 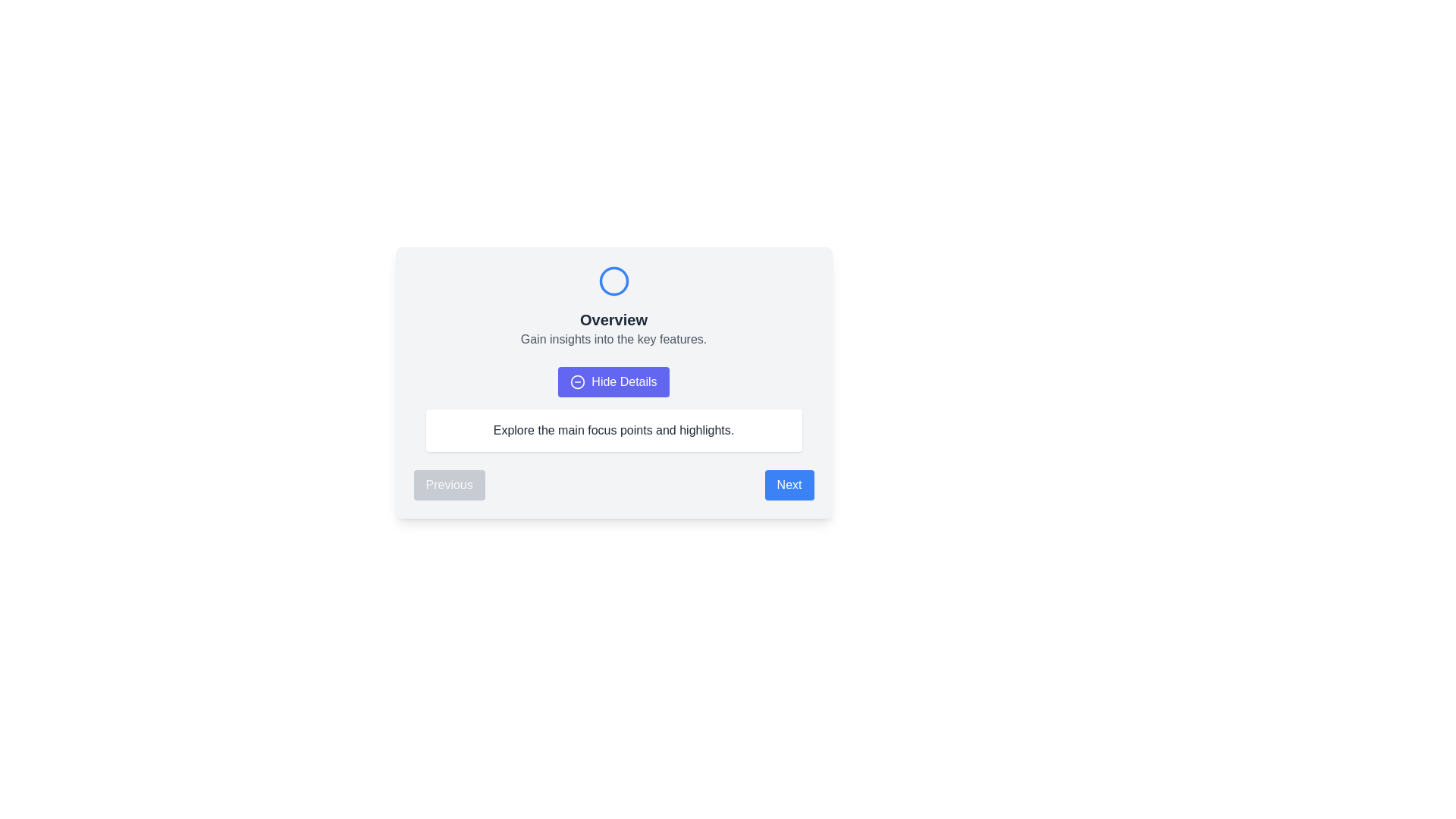 I want to click on the 'Next' button to navigate to the next step, so click(x=789, y=485).